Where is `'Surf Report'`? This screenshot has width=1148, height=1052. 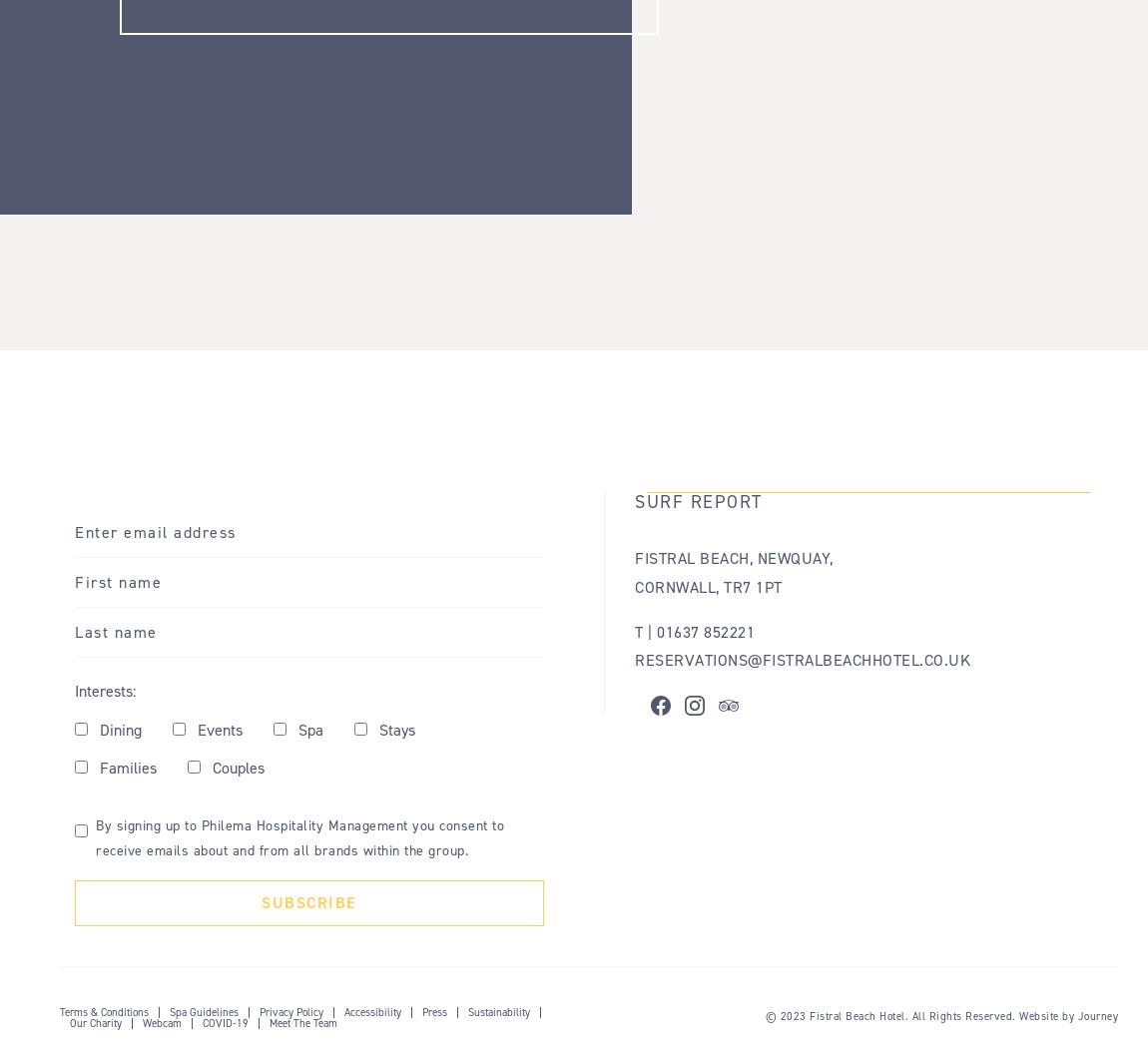 'Surf Report' is located at coordinates (697, 500).